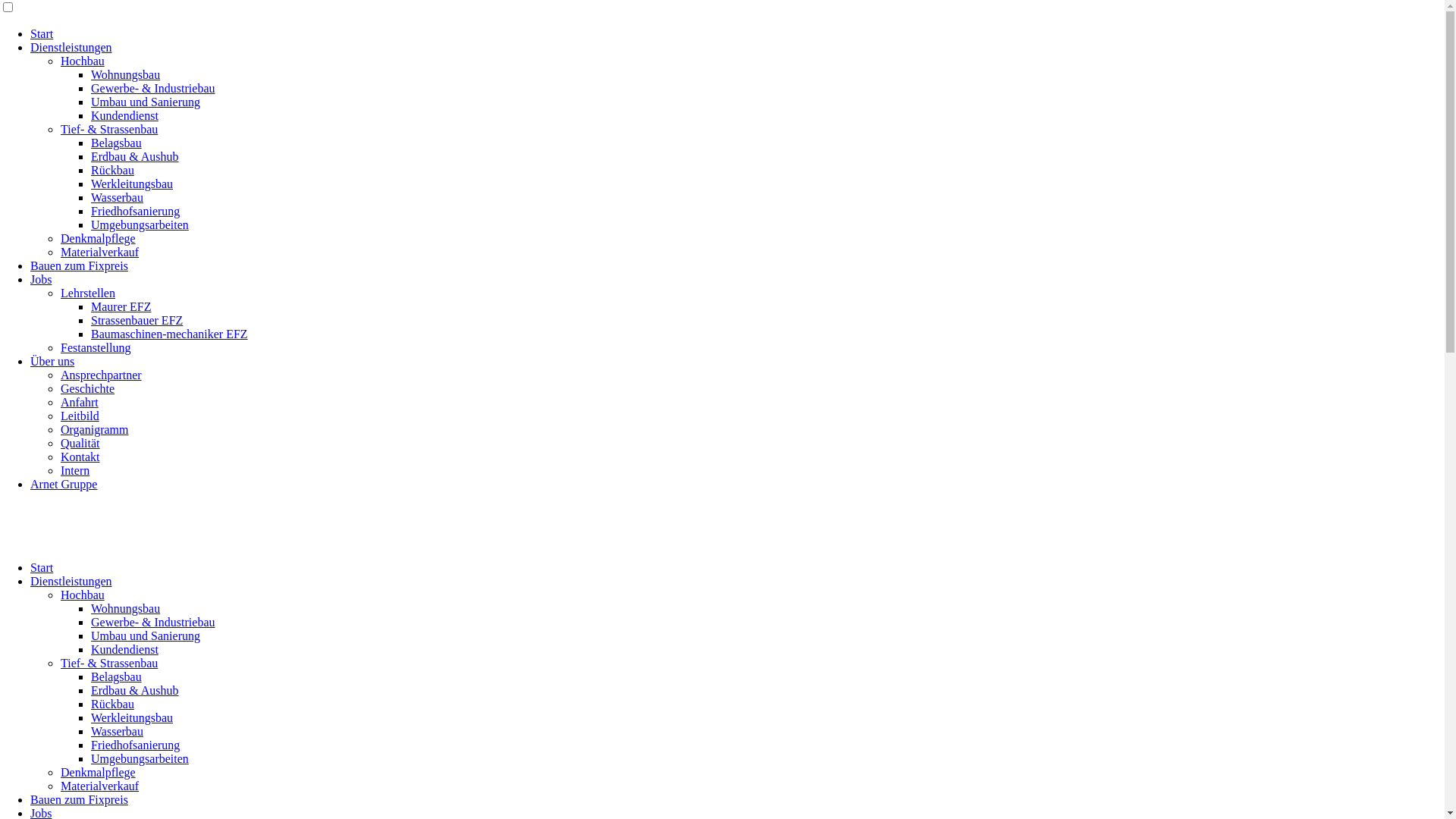 This screenshot has width=1456, height=819. What do you see at coordinates (30, 799) in the screenshot?
I see `'Bauen zum Fixpreis'` at bounding box center [30, 799].